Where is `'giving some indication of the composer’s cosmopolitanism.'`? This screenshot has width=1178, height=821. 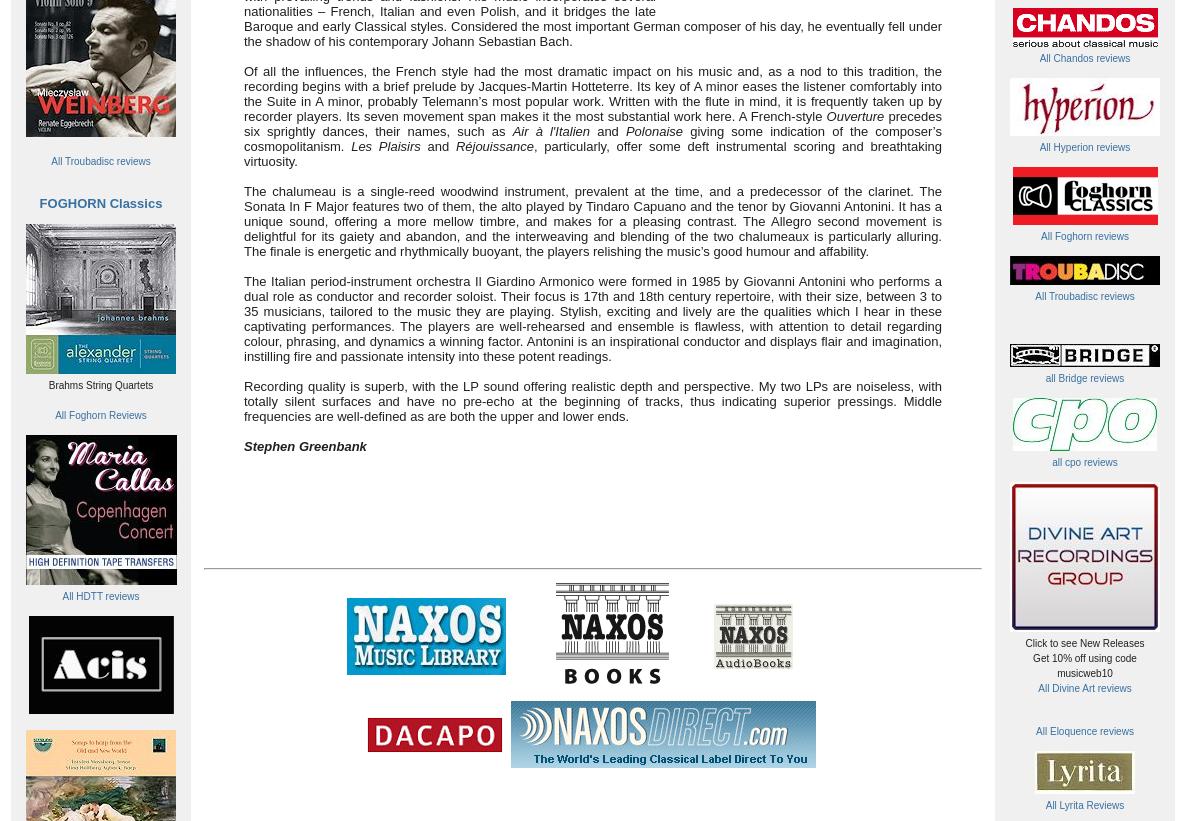 'giving some indication of the composer’s cosmopolitanism.' is located at coordinates (592, 138).